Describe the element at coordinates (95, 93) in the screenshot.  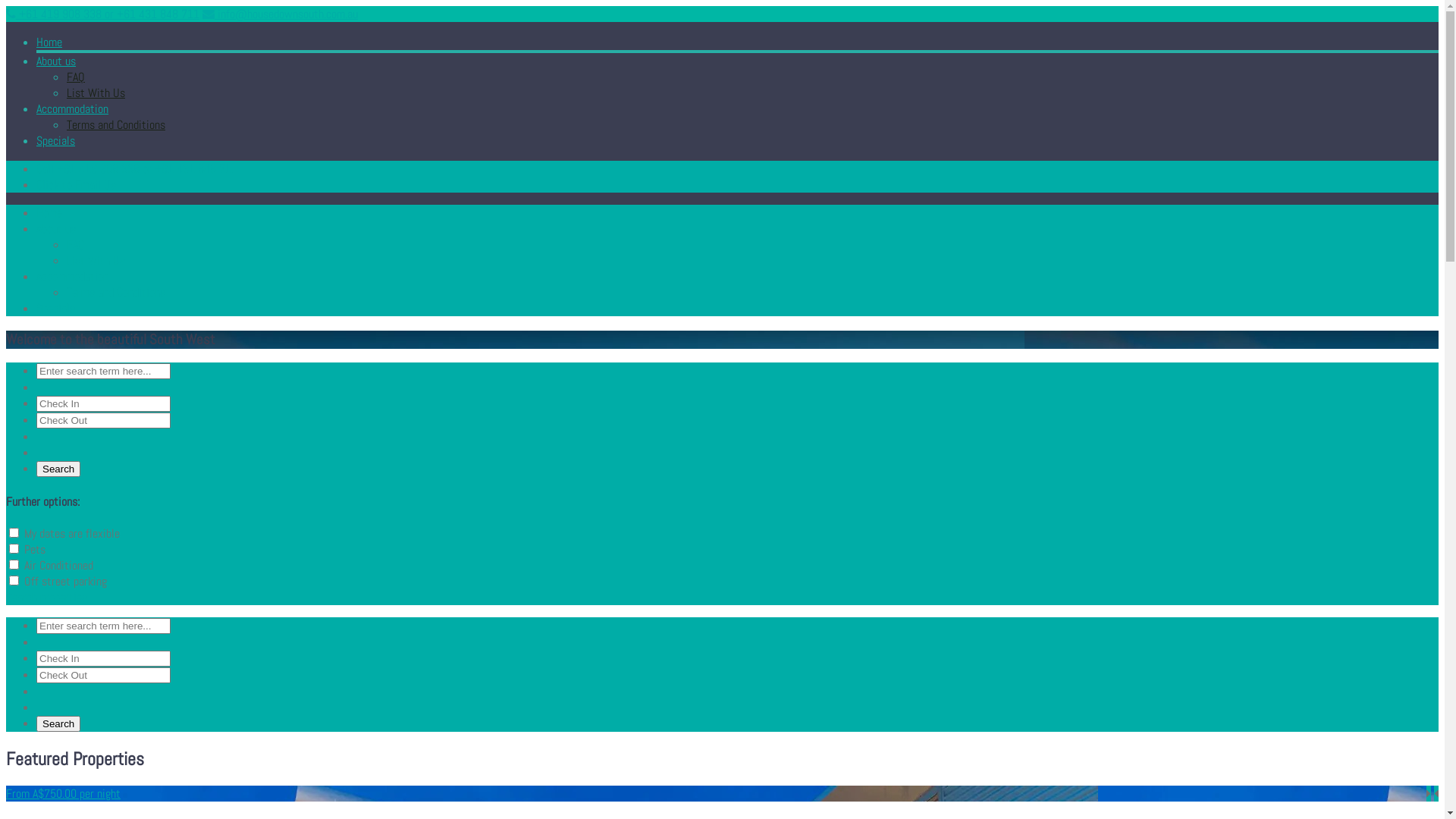
I see `'List With Us'` at that location.